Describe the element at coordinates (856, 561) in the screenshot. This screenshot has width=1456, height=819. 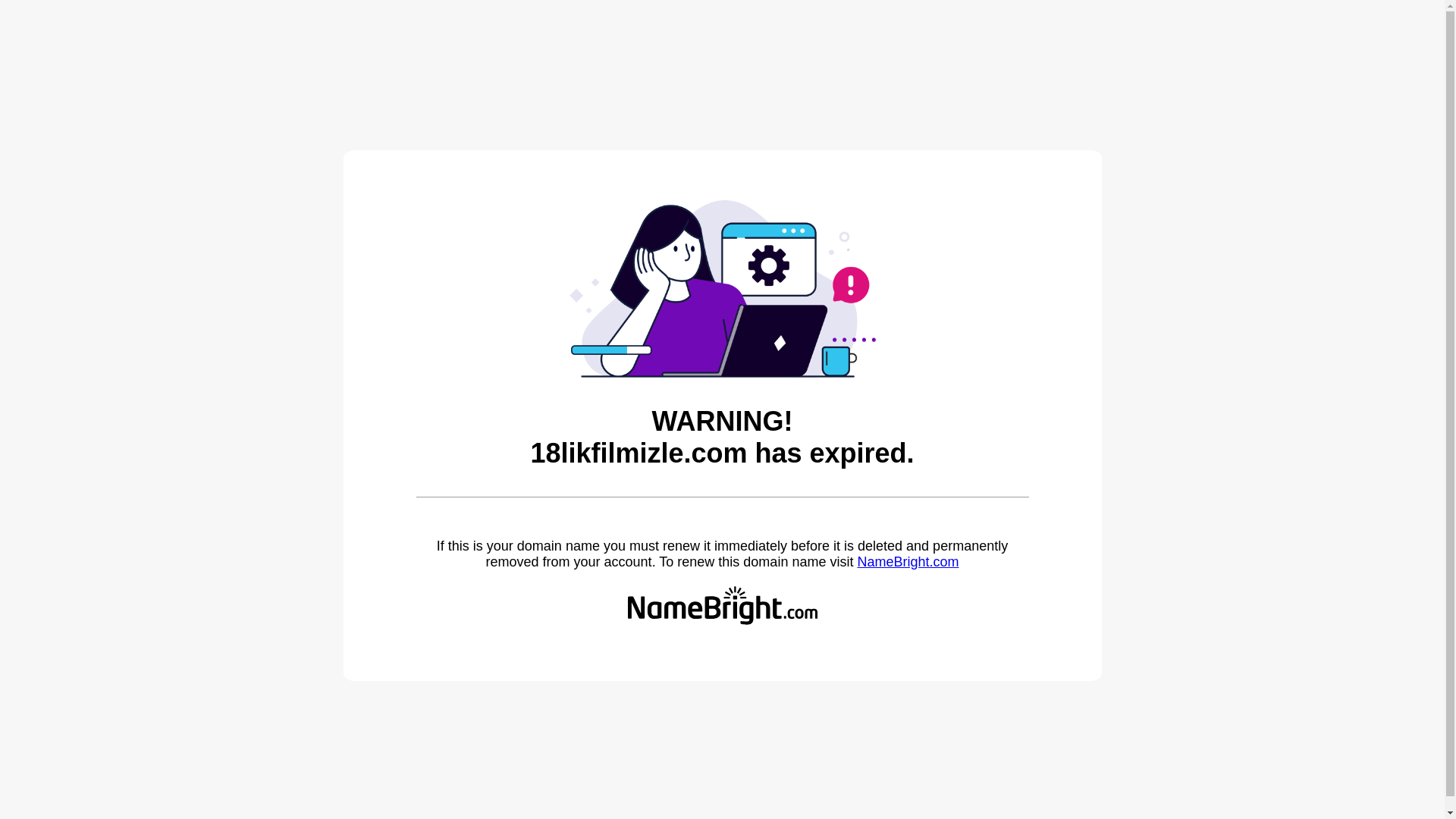
I see `'NameBright.com'` at that location.